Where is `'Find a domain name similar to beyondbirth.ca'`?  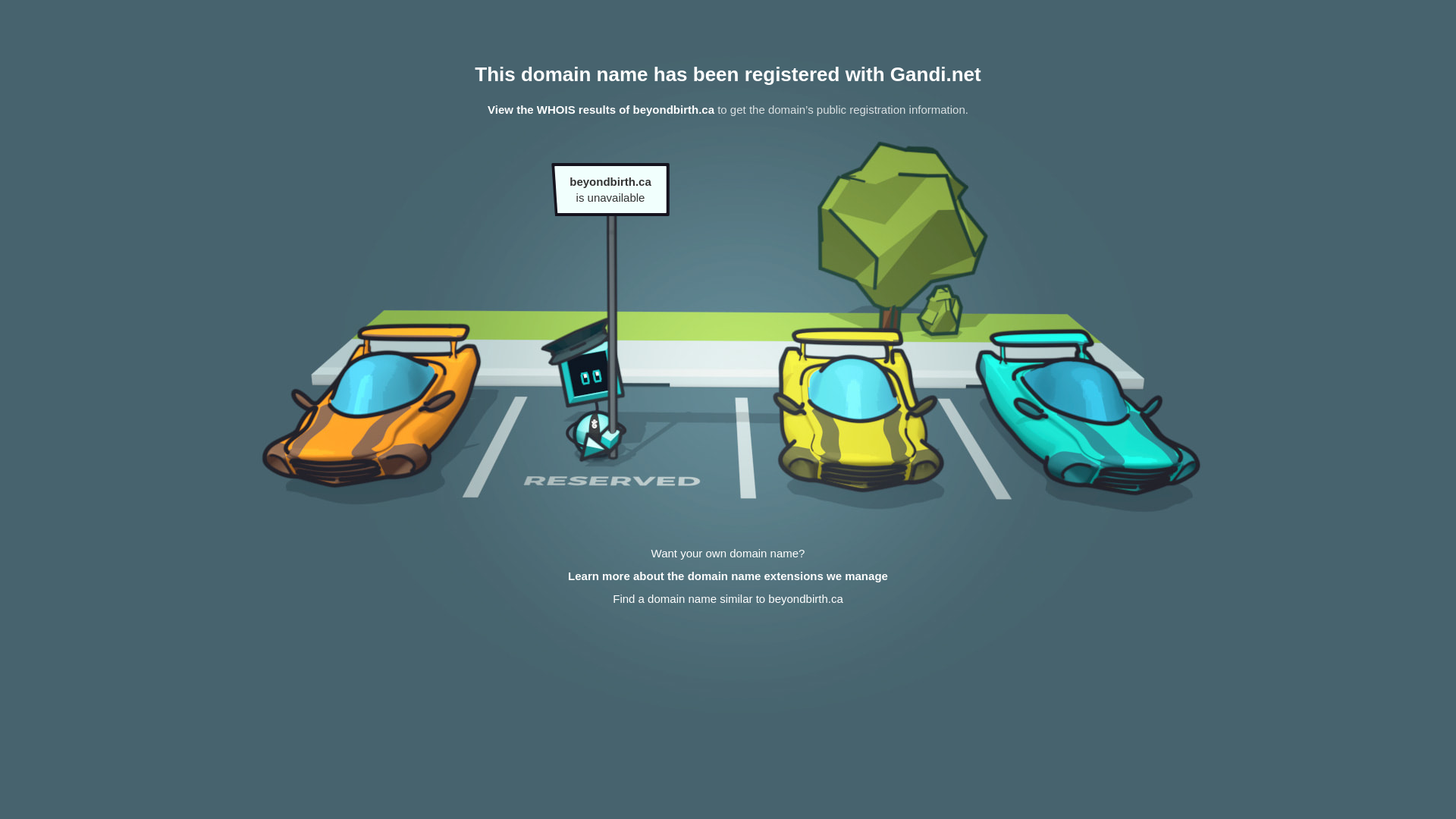
'Find a domain name similar to beyondbirth.ca' is located at coordinates (728, 598).